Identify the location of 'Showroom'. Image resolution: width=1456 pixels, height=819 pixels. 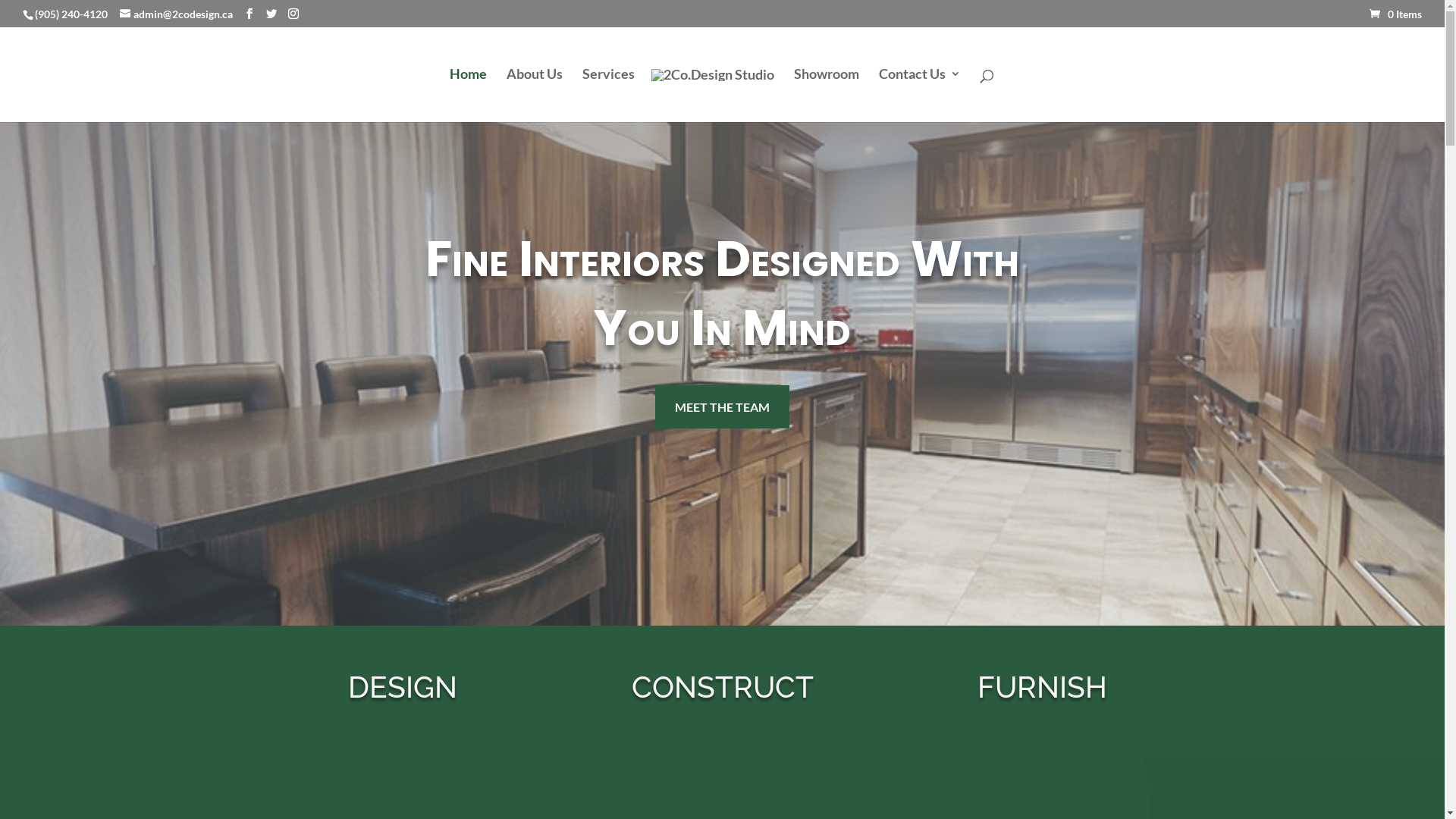
(792, 93).